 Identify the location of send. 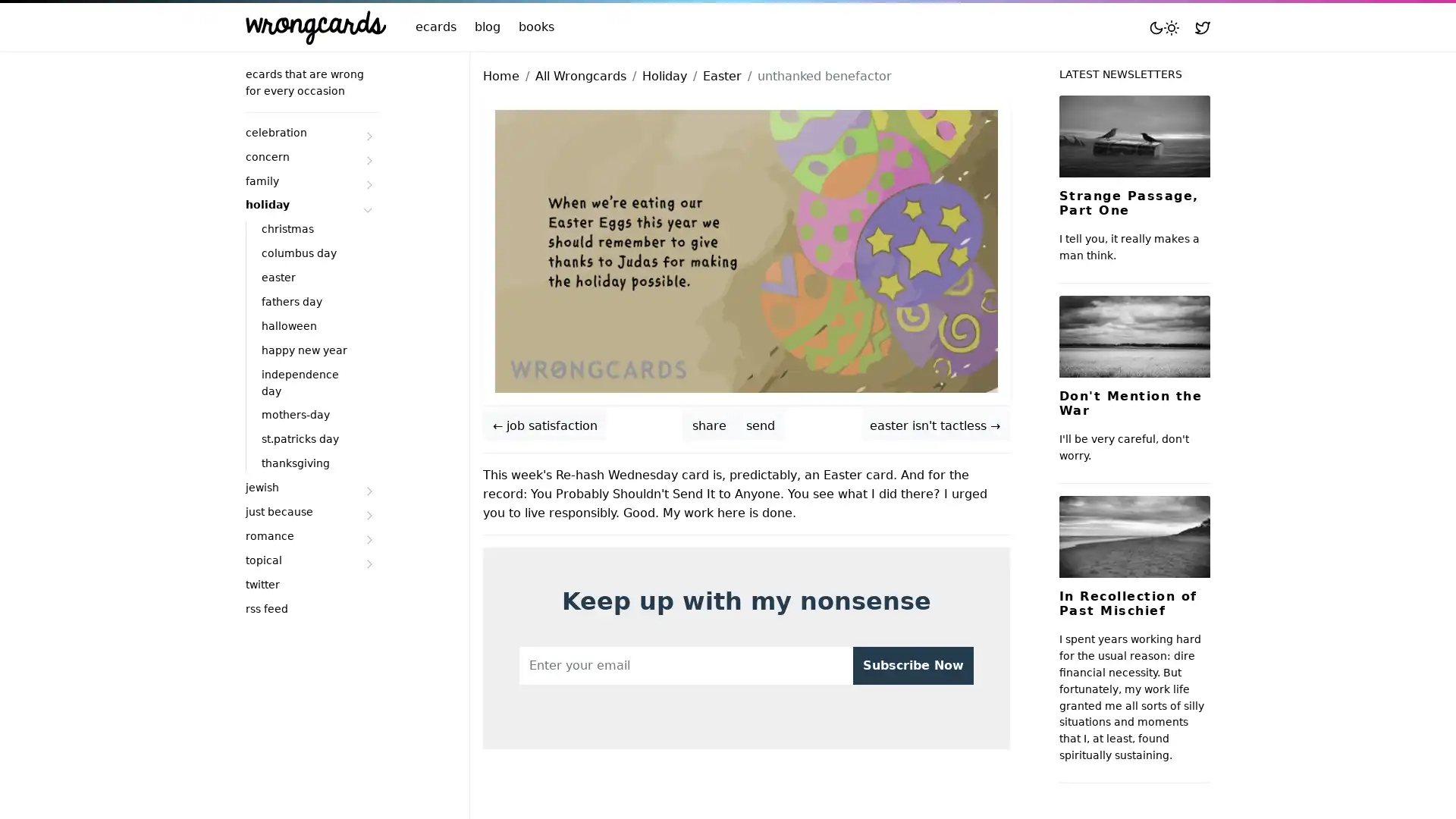
(760, 425).